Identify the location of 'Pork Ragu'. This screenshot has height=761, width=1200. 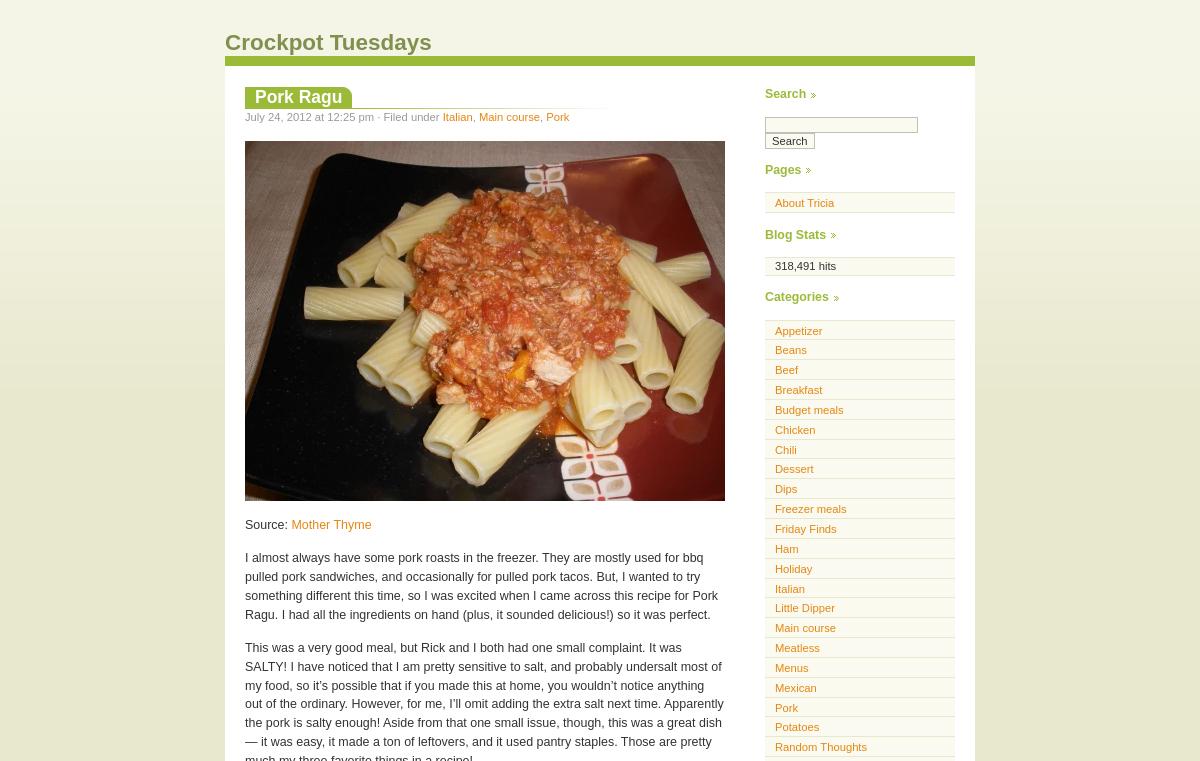
(254, 95).